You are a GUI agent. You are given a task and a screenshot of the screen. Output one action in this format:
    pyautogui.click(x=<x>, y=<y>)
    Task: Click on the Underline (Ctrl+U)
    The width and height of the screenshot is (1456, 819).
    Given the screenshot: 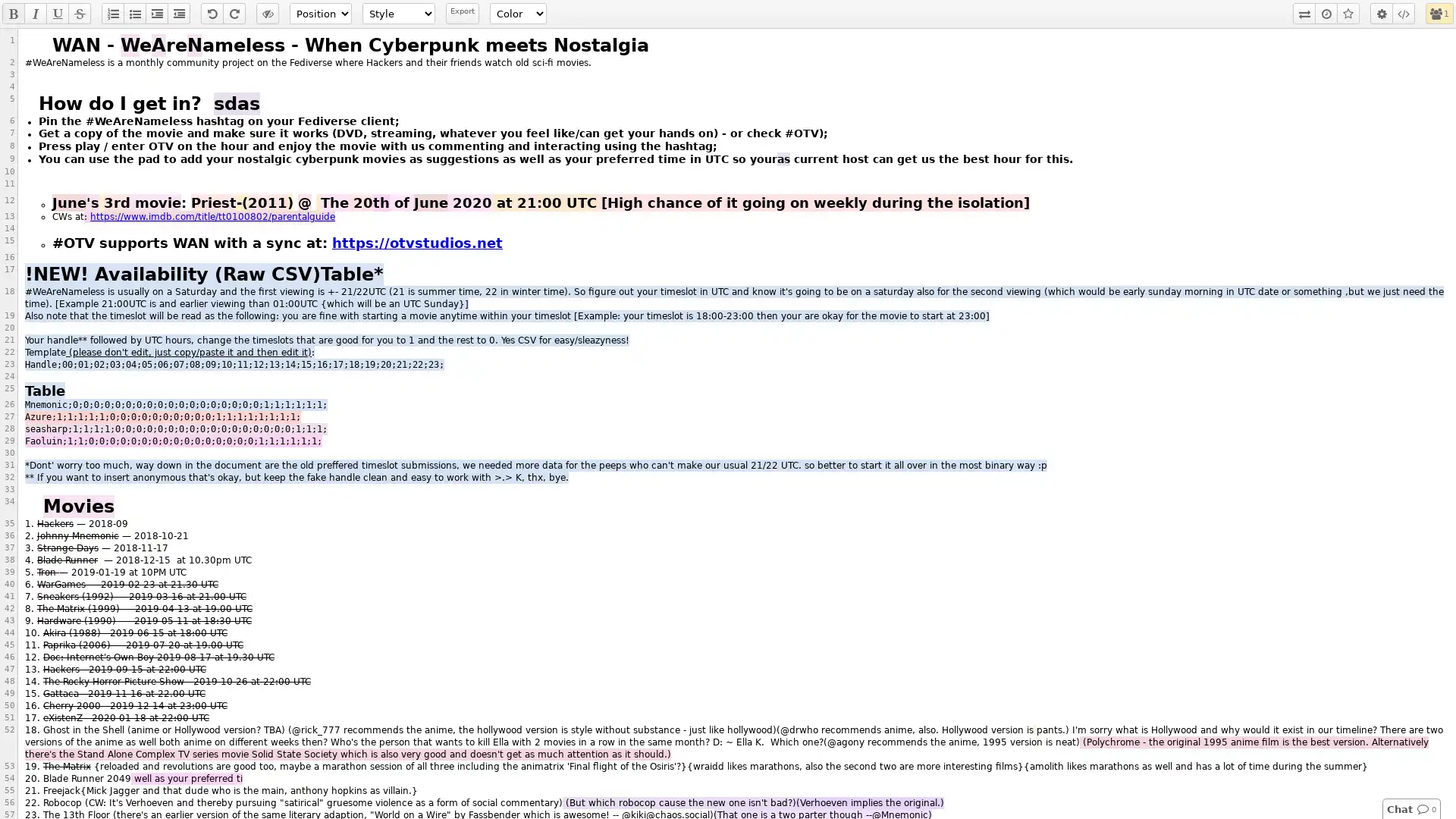 What is the action you would take?
    pyautogui.click(x=58, y=14)
    